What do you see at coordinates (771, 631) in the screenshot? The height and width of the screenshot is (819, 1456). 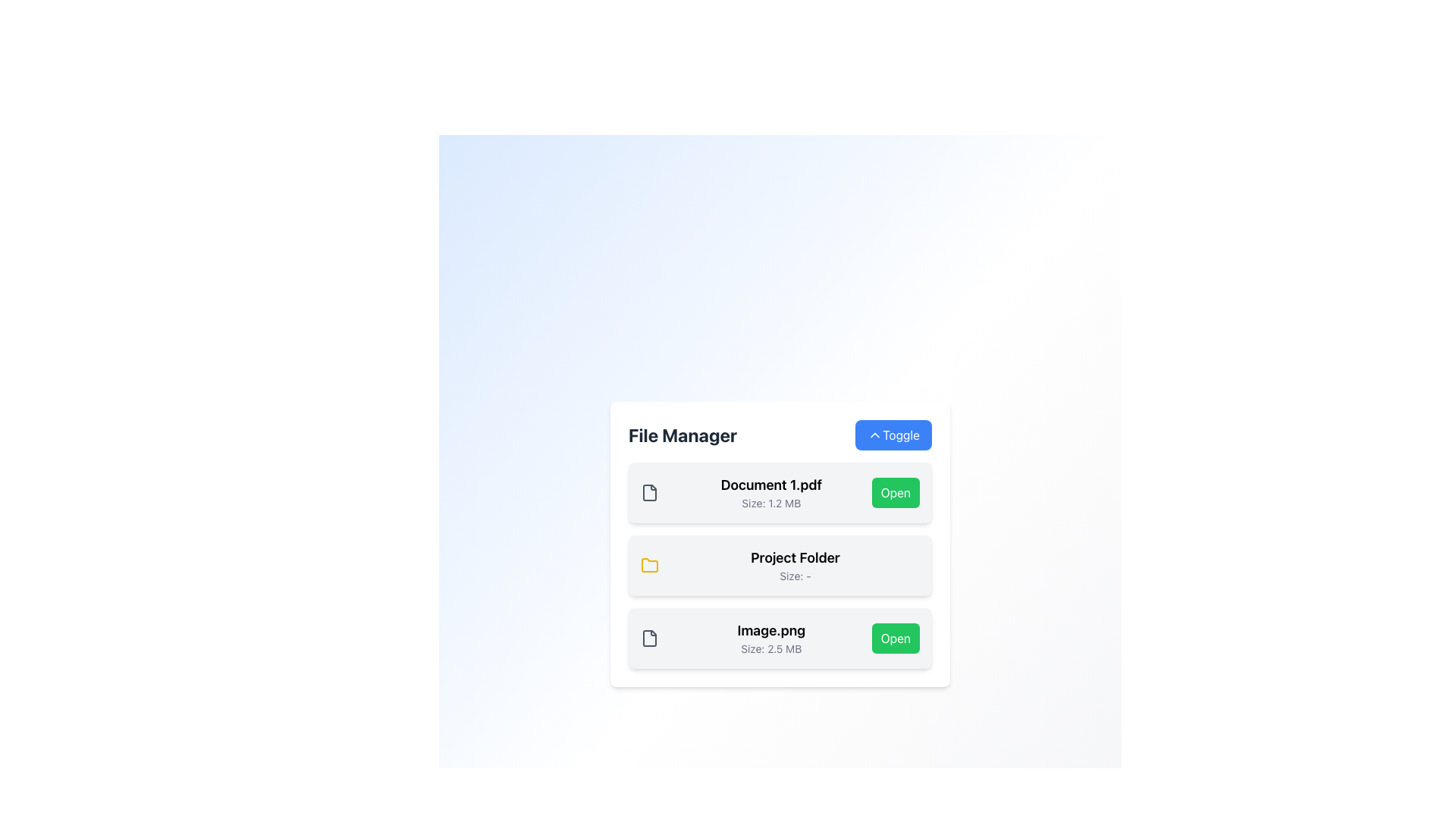 I see `the text label displaying 'Image.png', which is styled in a large bold font and is positioned above the 'Size: 2.5 MB' description text` at bounding box center [771, 631].